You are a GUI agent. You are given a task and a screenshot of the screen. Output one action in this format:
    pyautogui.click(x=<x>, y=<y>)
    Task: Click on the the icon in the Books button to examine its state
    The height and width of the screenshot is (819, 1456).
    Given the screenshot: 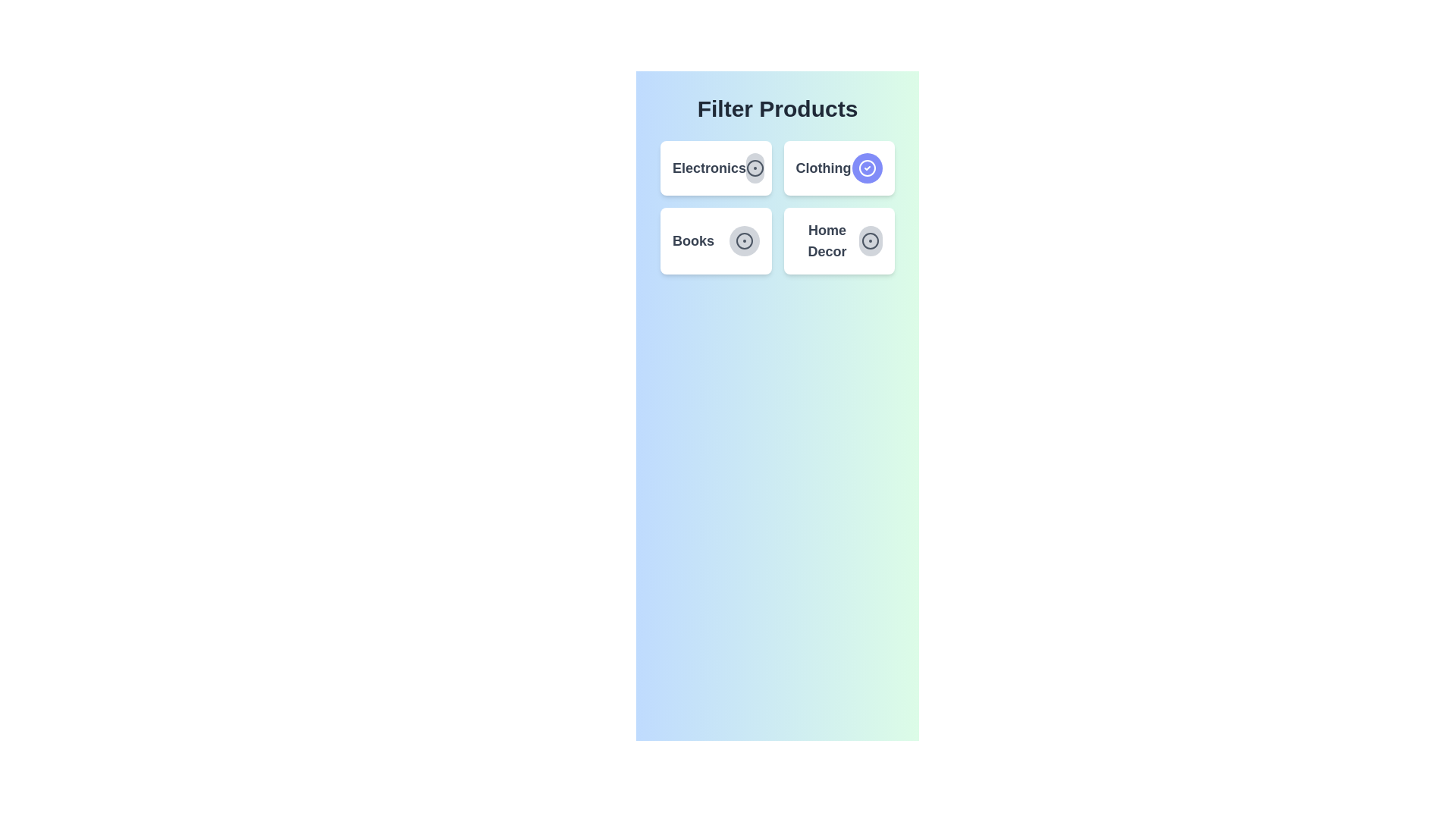 What is the action you would take?
    pyautogui.click(x=744, y=240)
    